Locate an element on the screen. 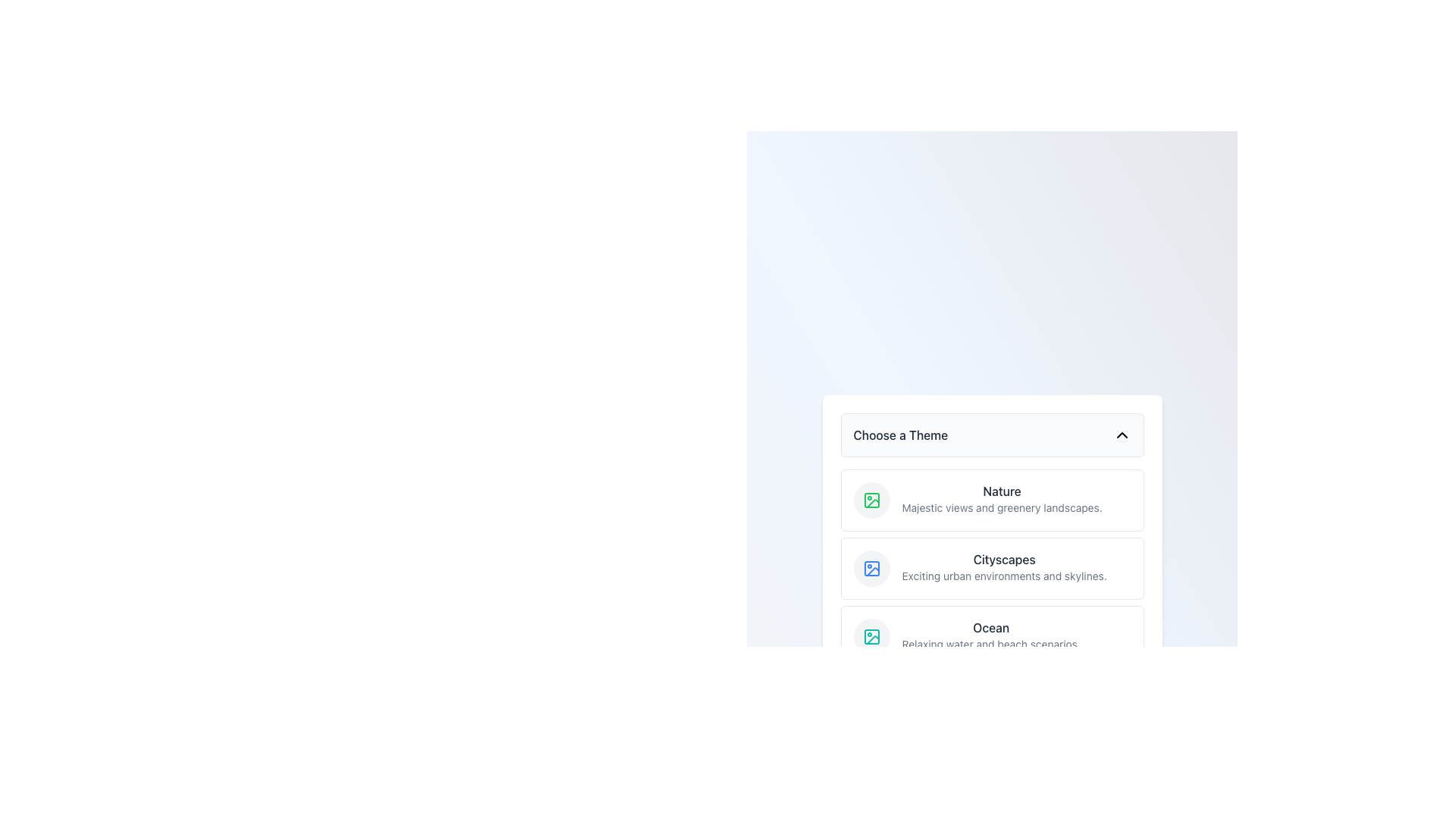 The image size is (1456, 819). text label displaying the word 'Nature' in a medium-size dark gray font, located at the top of a list in a card layout above the description text is located at coordinates (1002, 491).